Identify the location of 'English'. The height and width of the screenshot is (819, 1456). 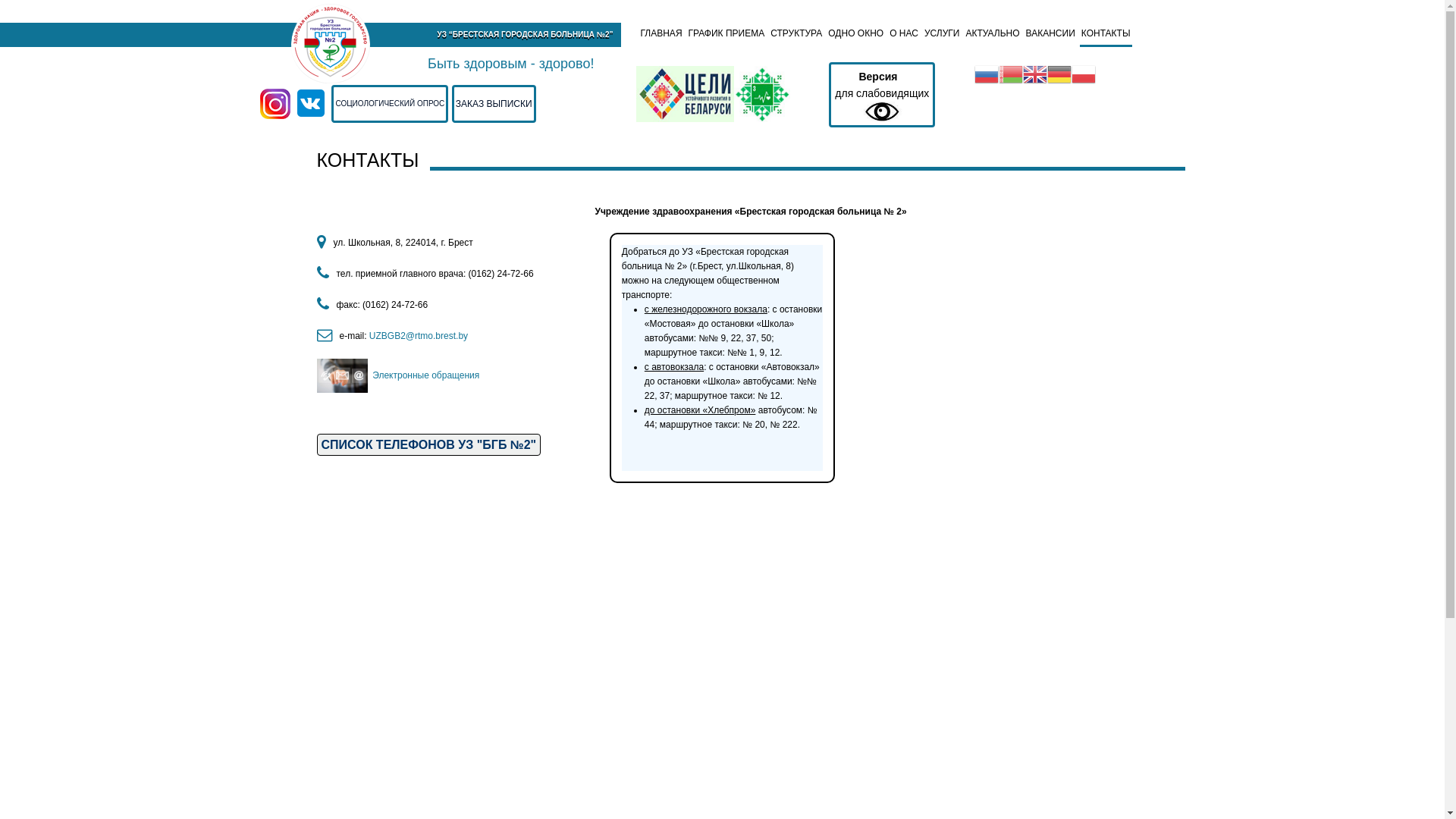
(1034, 73).